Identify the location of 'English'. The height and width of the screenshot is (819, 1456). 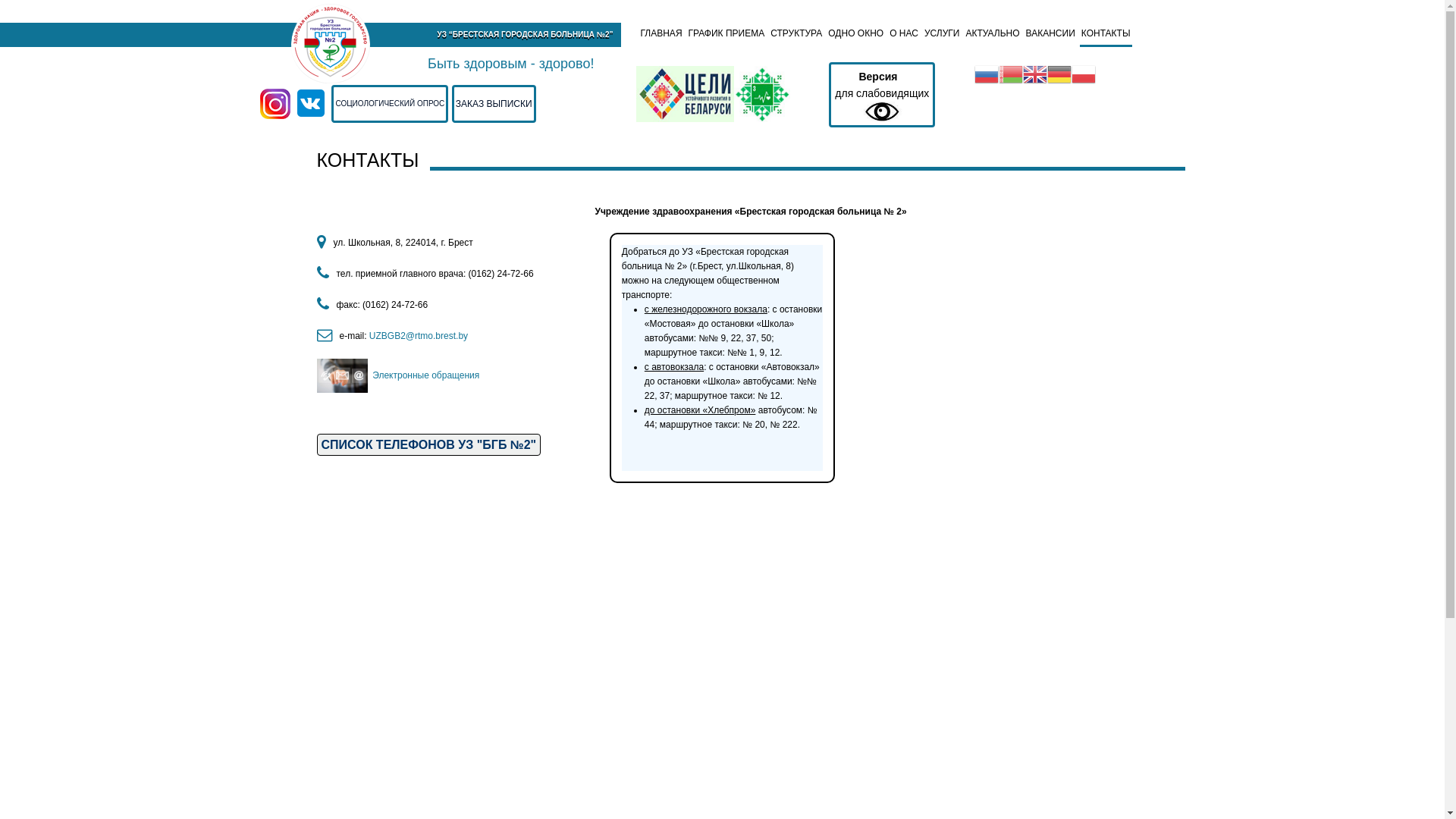
(1034, 73).